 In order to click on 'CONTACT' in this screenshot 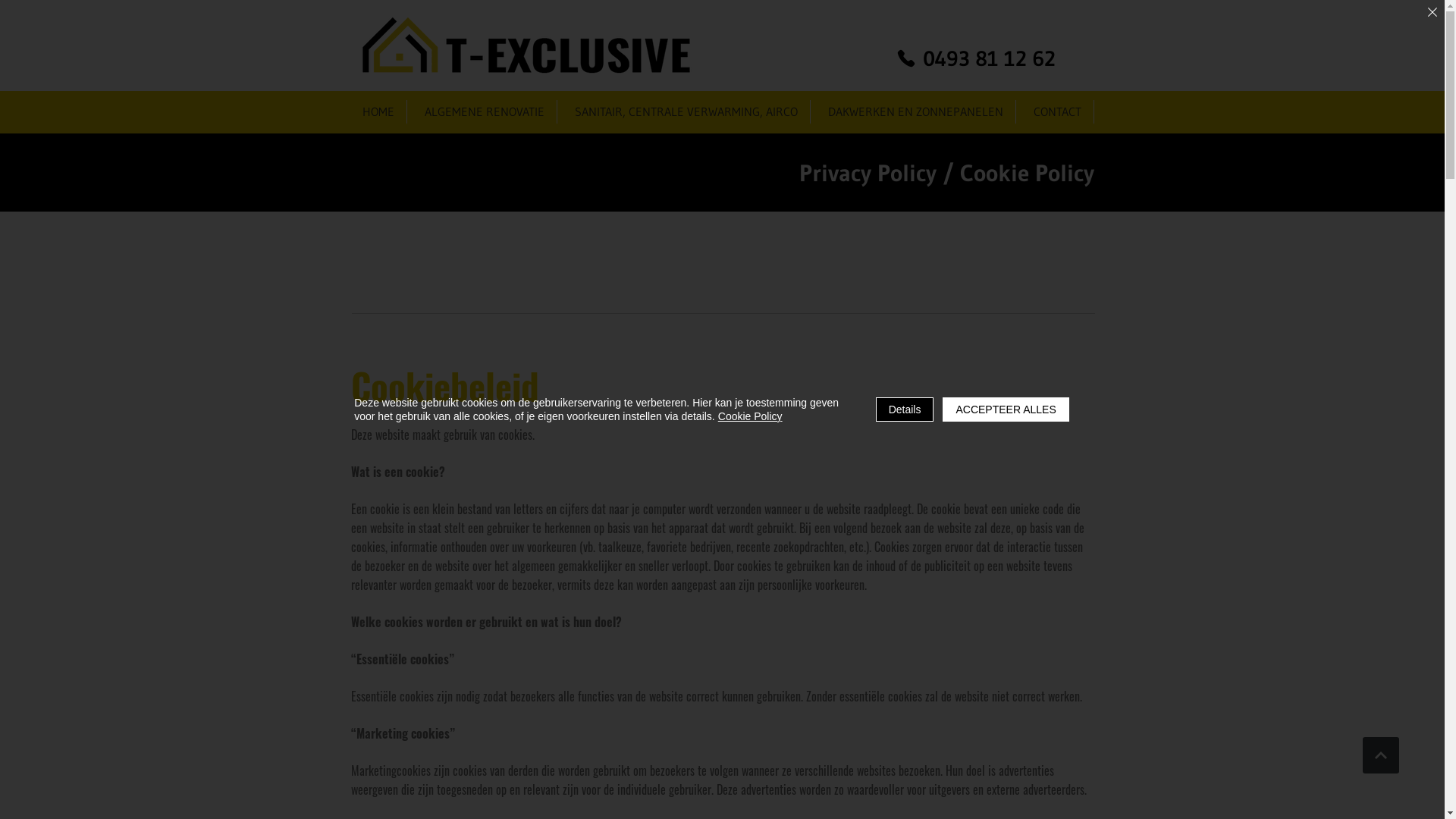, I will do `click(1057, 111)`.